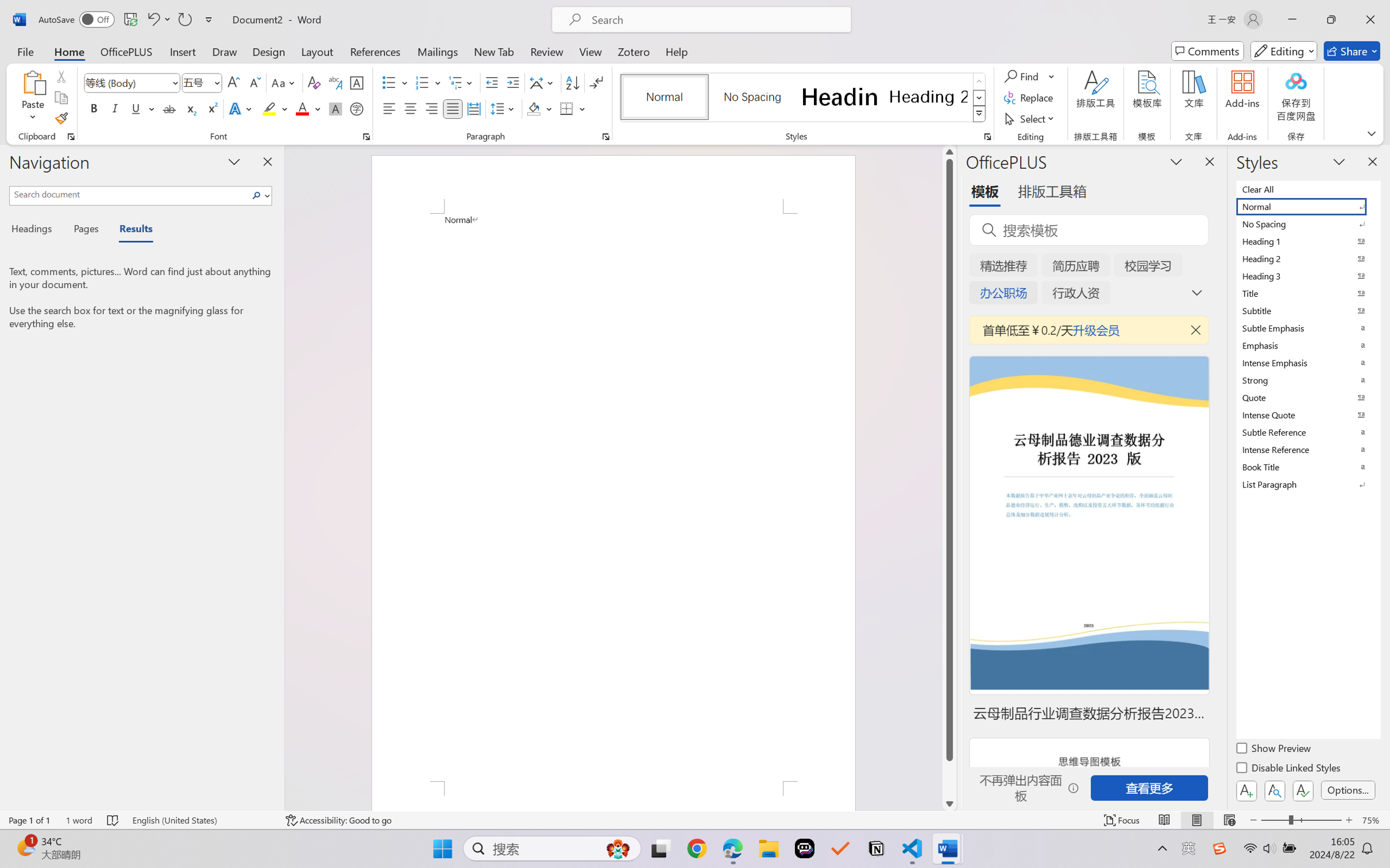  Describe the element at coordinates (184, 19) in the screenshot. I see `'Repeat Doc Close'` at that location.